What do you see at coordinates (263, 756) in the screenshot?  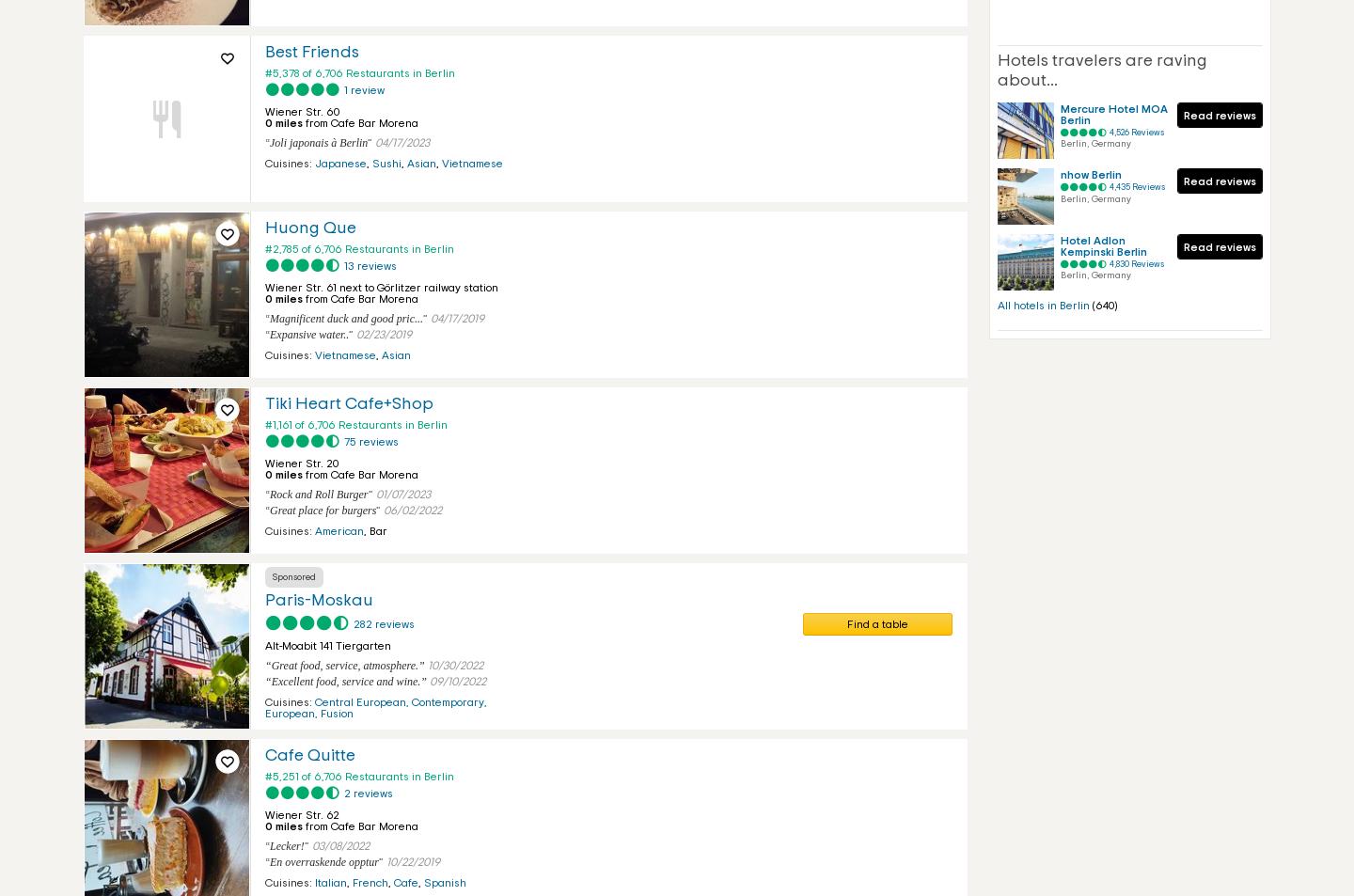 I see `'Cafe Quitte'` at bounding box center [263, 756].